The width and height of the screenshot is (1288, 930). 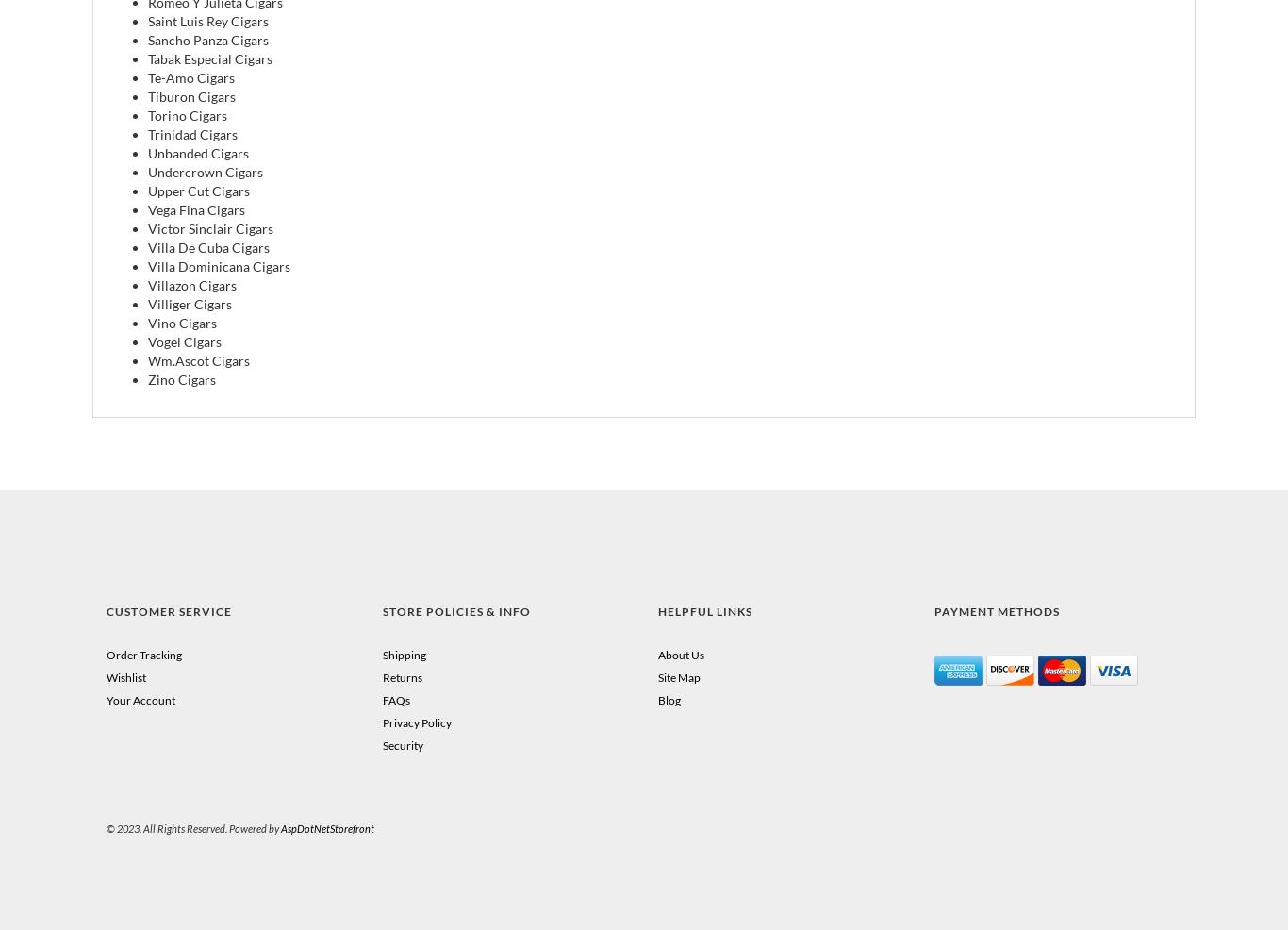 What do you see at coordinates (326, 826) in the screenshot?
I see `'AspDotNetStorefront'` at bounding box center [326, 826].